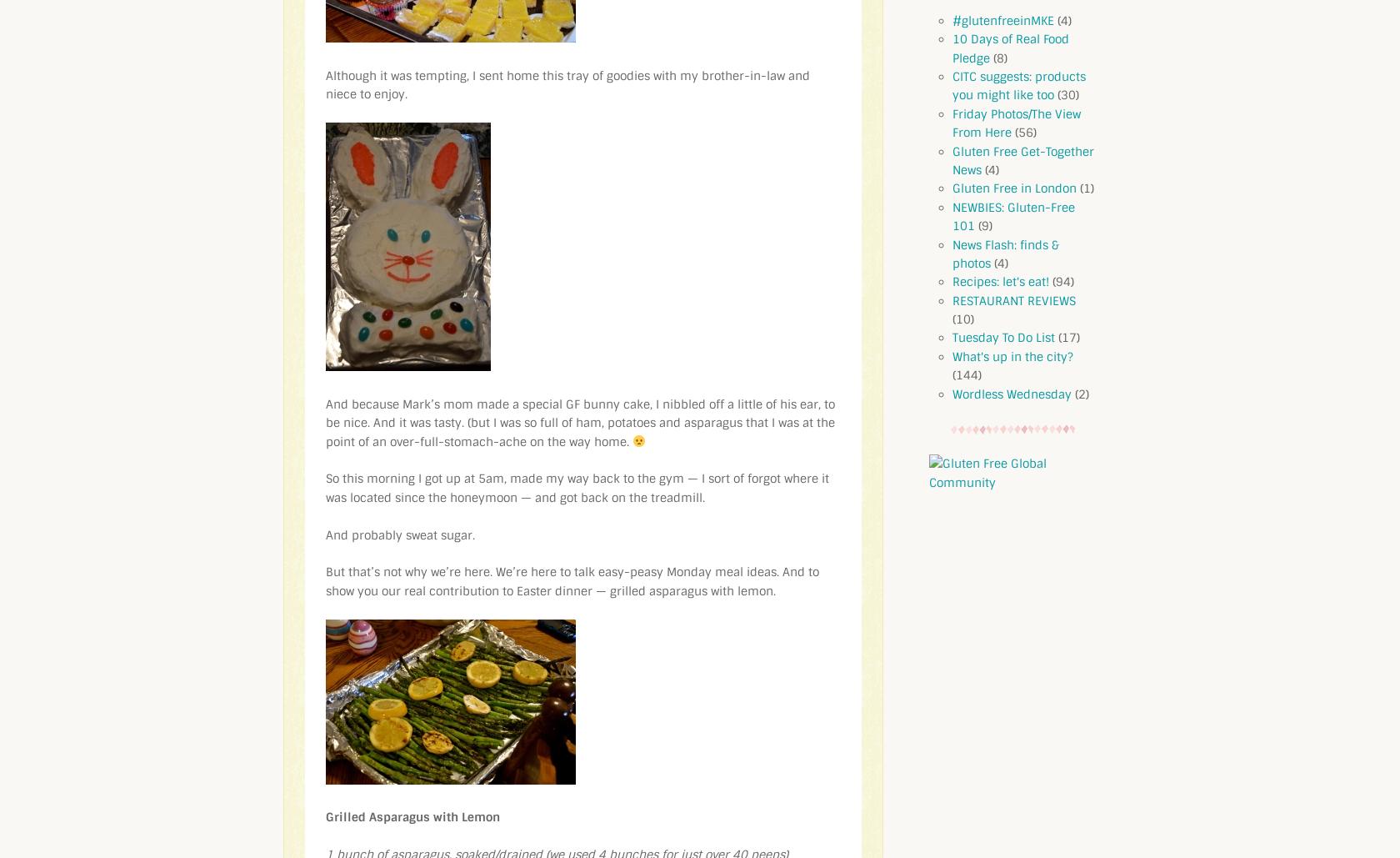 The height and width of the screenshot is (858, 1400). I want to click on 'What's up in the city?', so click(952, 355).